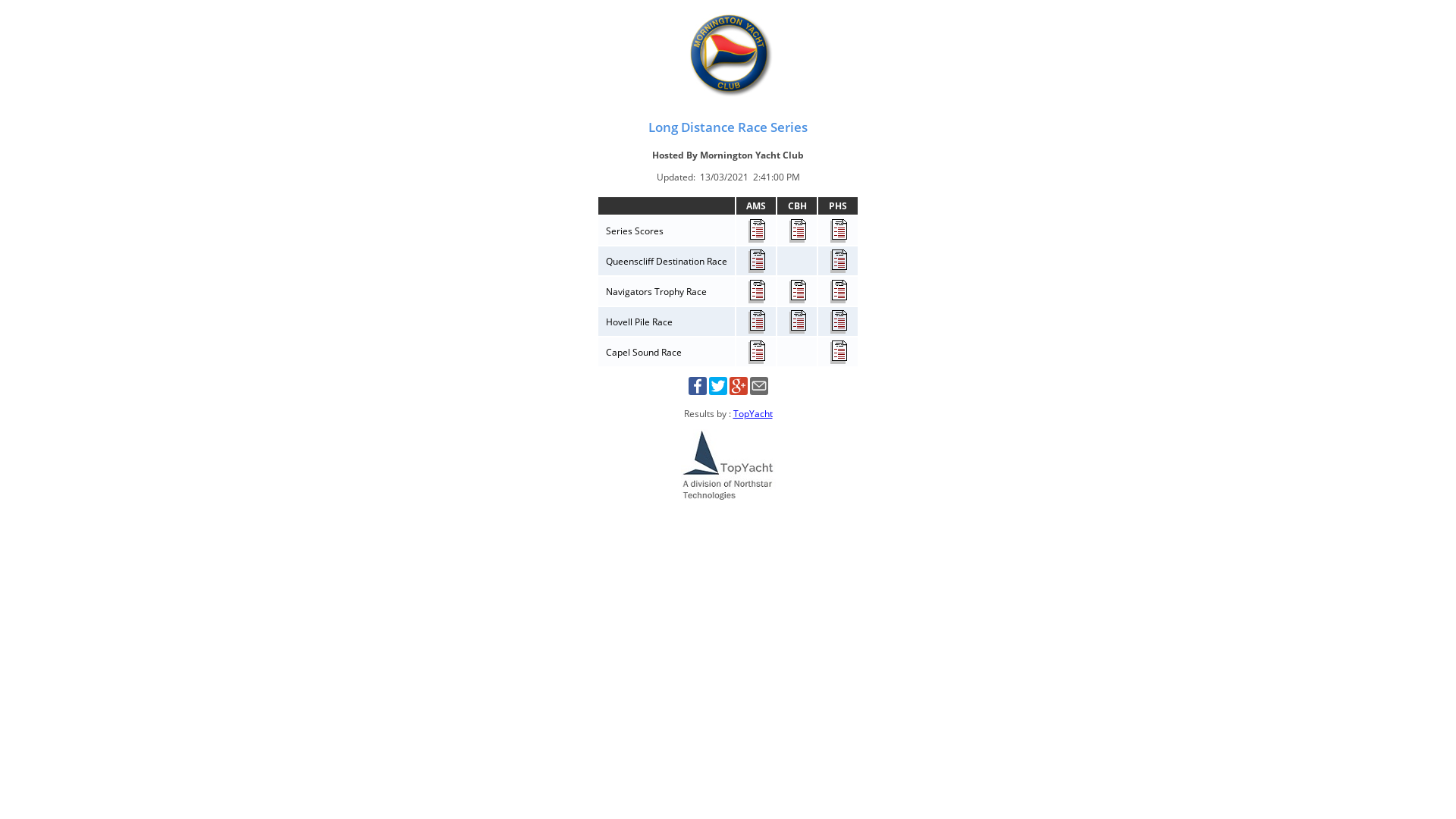  Describe the element at coordinates (758, 391) in the screenshot. I see `'Send email'` at that location.